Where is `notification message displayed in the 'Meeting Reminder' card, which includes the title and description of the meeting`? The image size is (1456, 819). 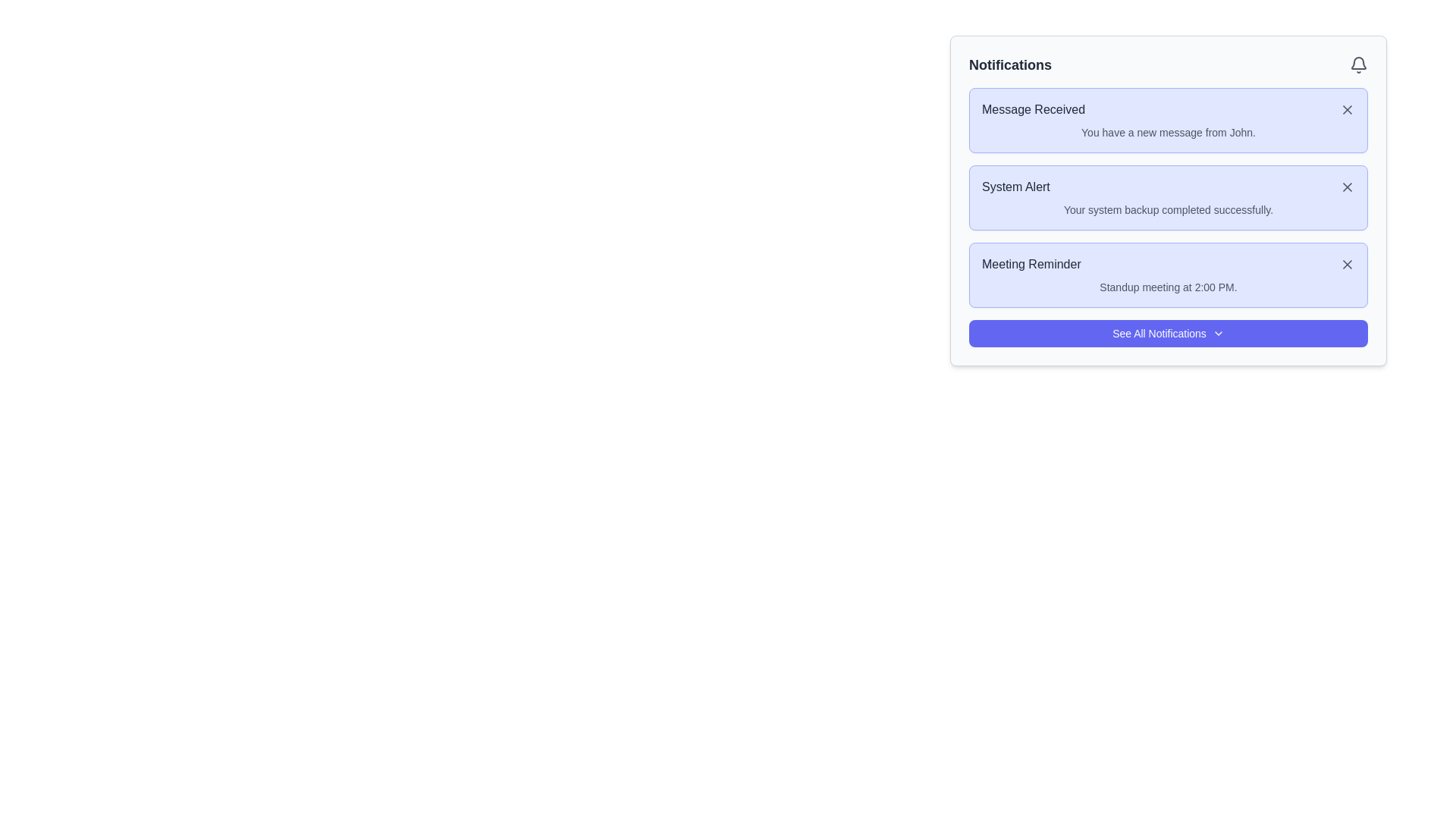 notification message displayed in the 'Meeting Reminder' card, which includes the title and description of the meeting is located at coordinates (1167, 275).